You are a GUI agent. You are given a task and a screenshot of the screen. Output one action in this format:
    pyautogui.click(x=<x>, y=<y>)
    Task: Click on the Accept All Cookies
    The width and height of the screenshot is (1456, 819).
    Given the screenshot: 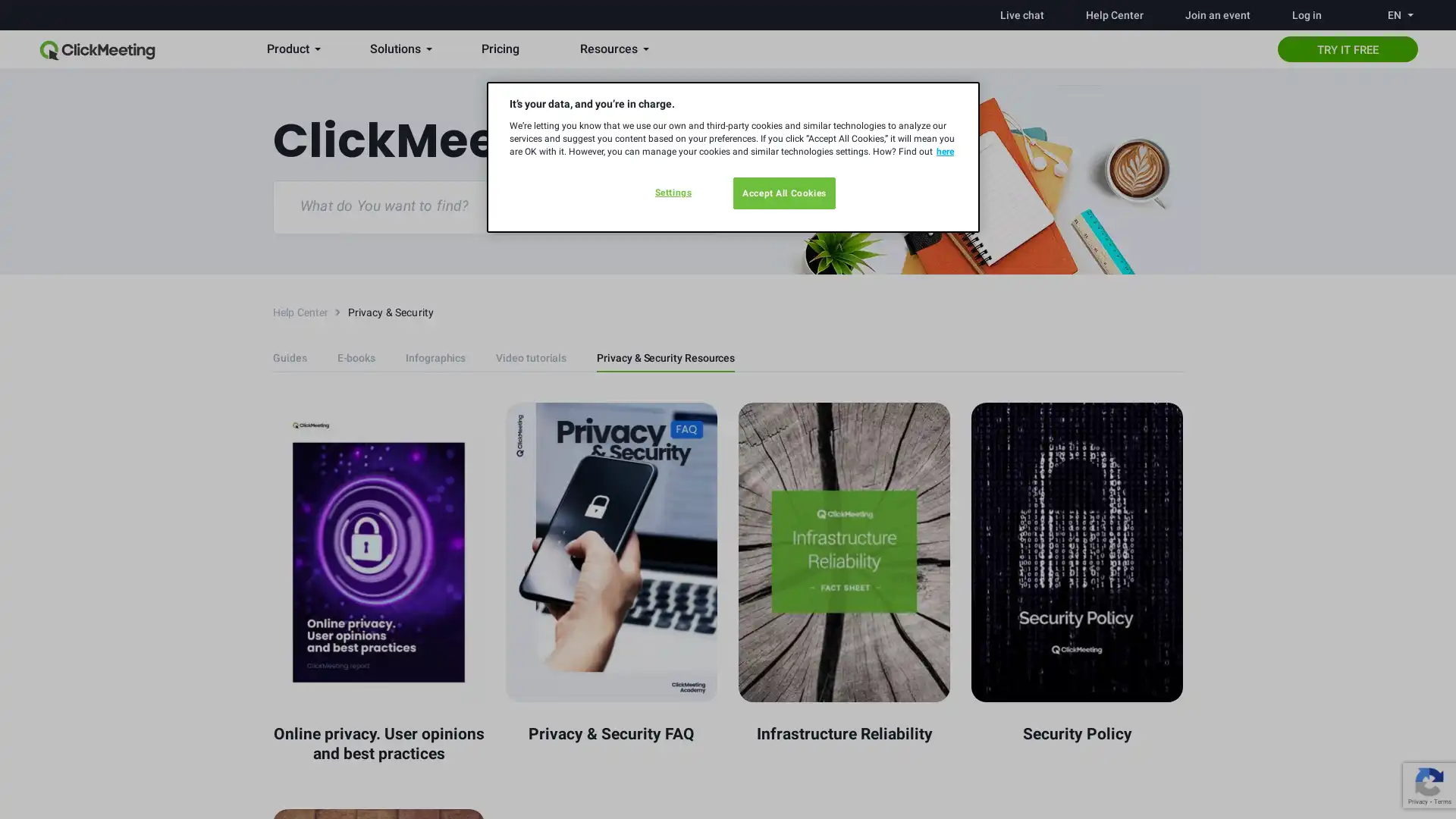 What is the action you would take?
    pyautogui.click(x=784, y=192)
    